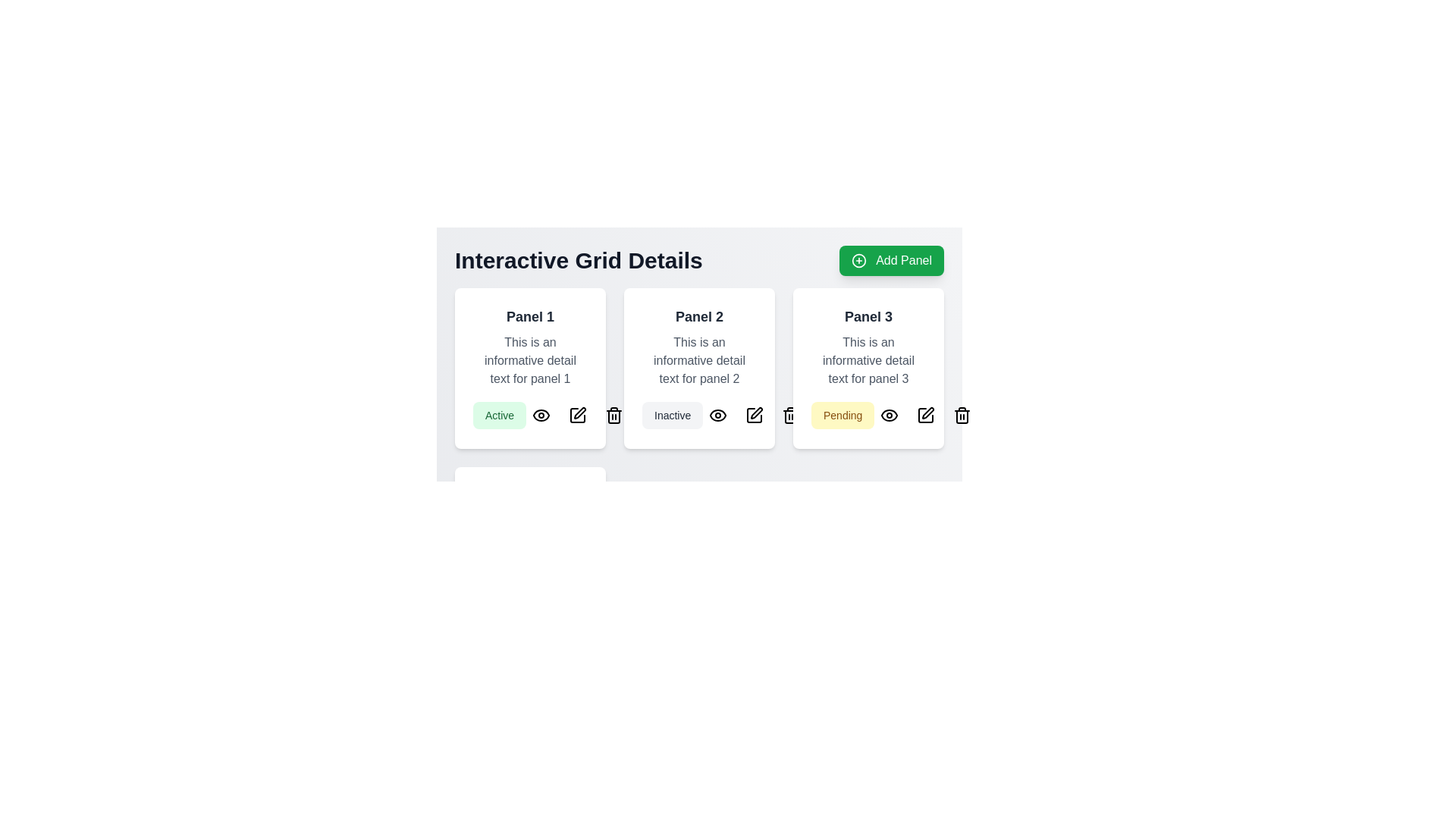  Describe the element at coordinates (755, 415) in the screenshot. I see `the edit button with a pencil icon located in the bottom action bar of 'Panel 2'` at that location.